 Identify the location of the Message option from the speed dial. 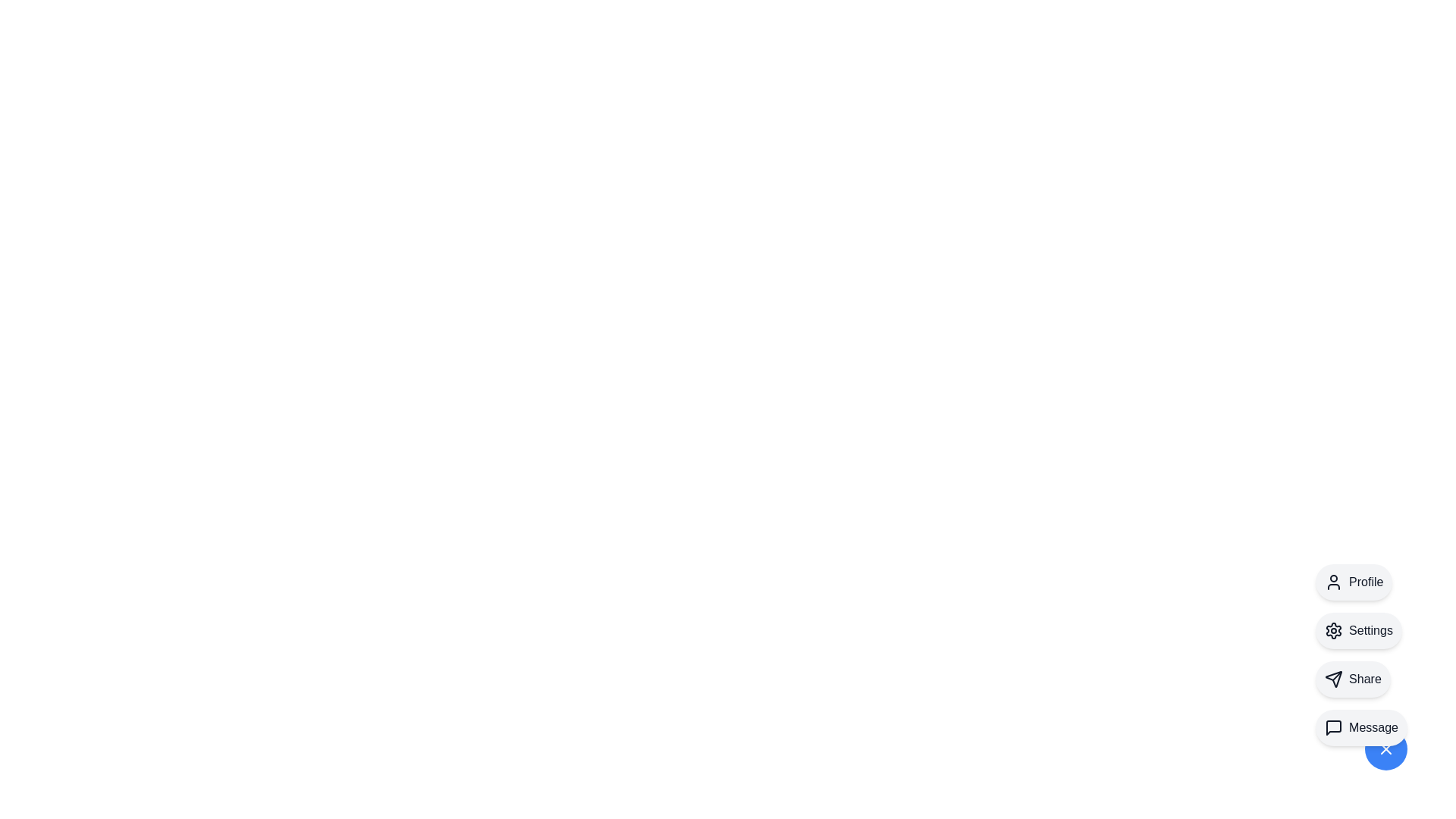
(1361, 727).